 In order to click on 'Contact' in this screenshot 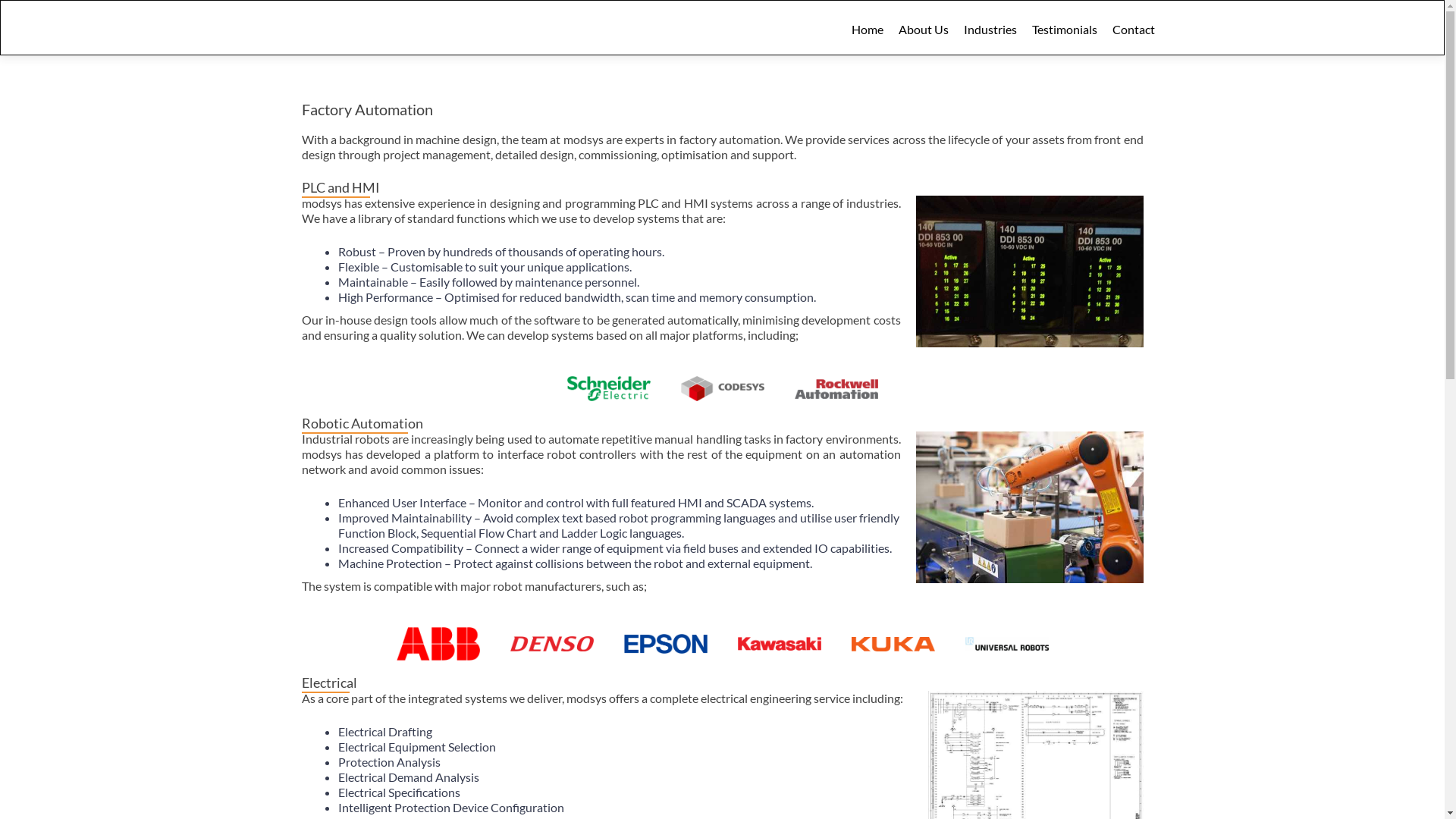, I will do `click(1132, 29)`.